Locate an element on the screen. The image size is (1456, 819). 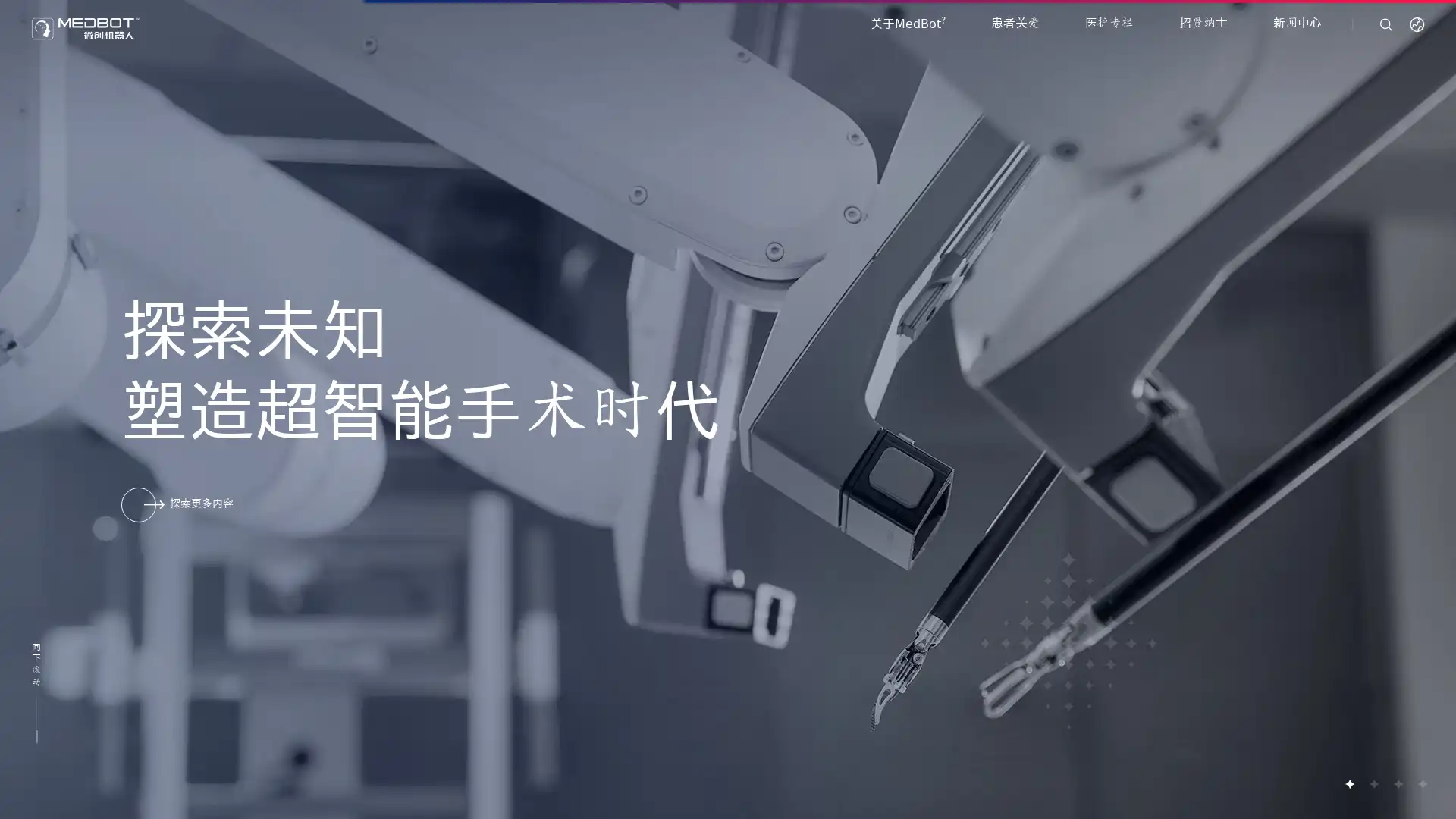
Go to slide 2 is located at coordinates (1373, 783).